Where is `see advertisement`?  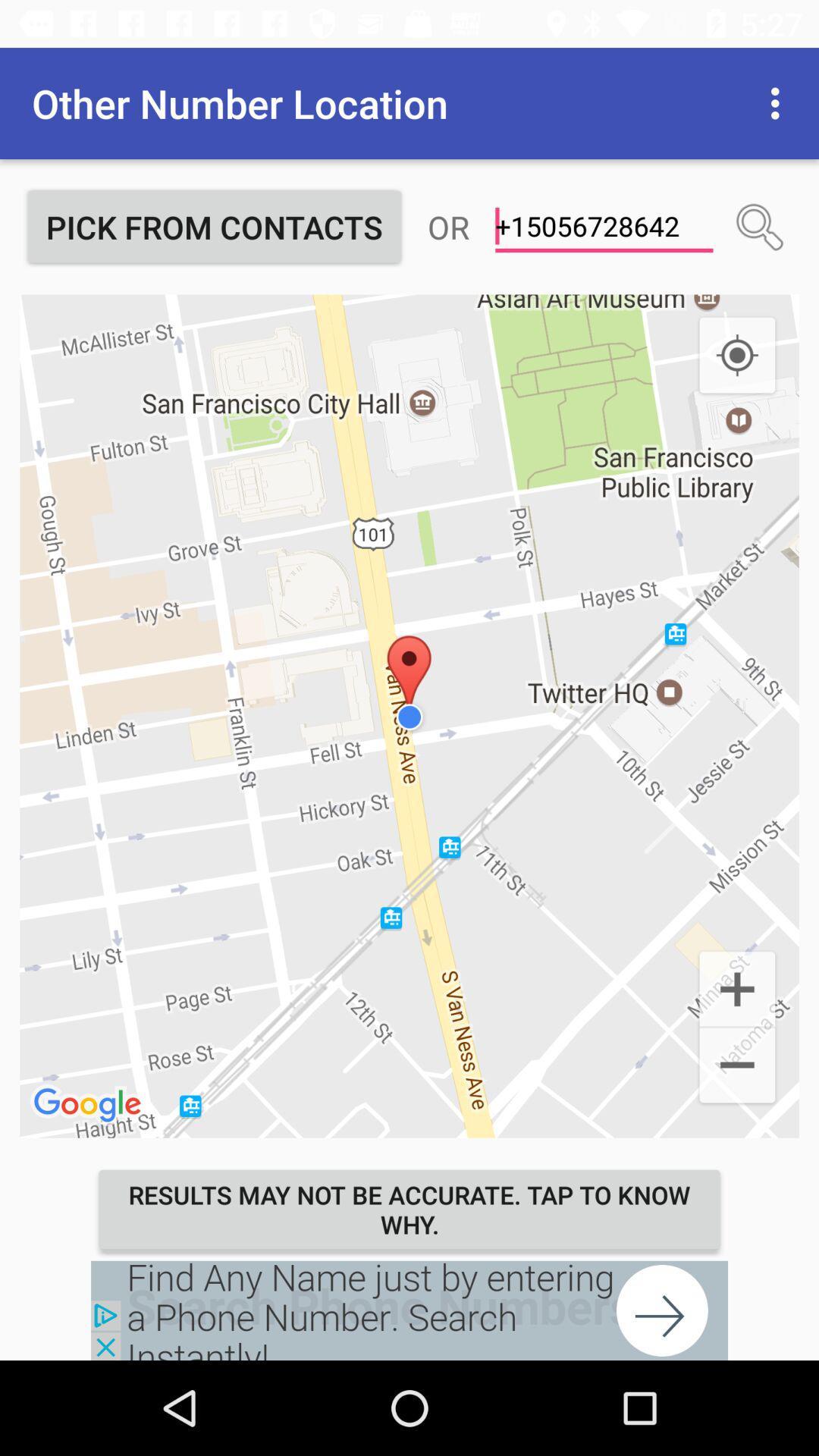
see advertisement is located at coordinates (409, 1310).